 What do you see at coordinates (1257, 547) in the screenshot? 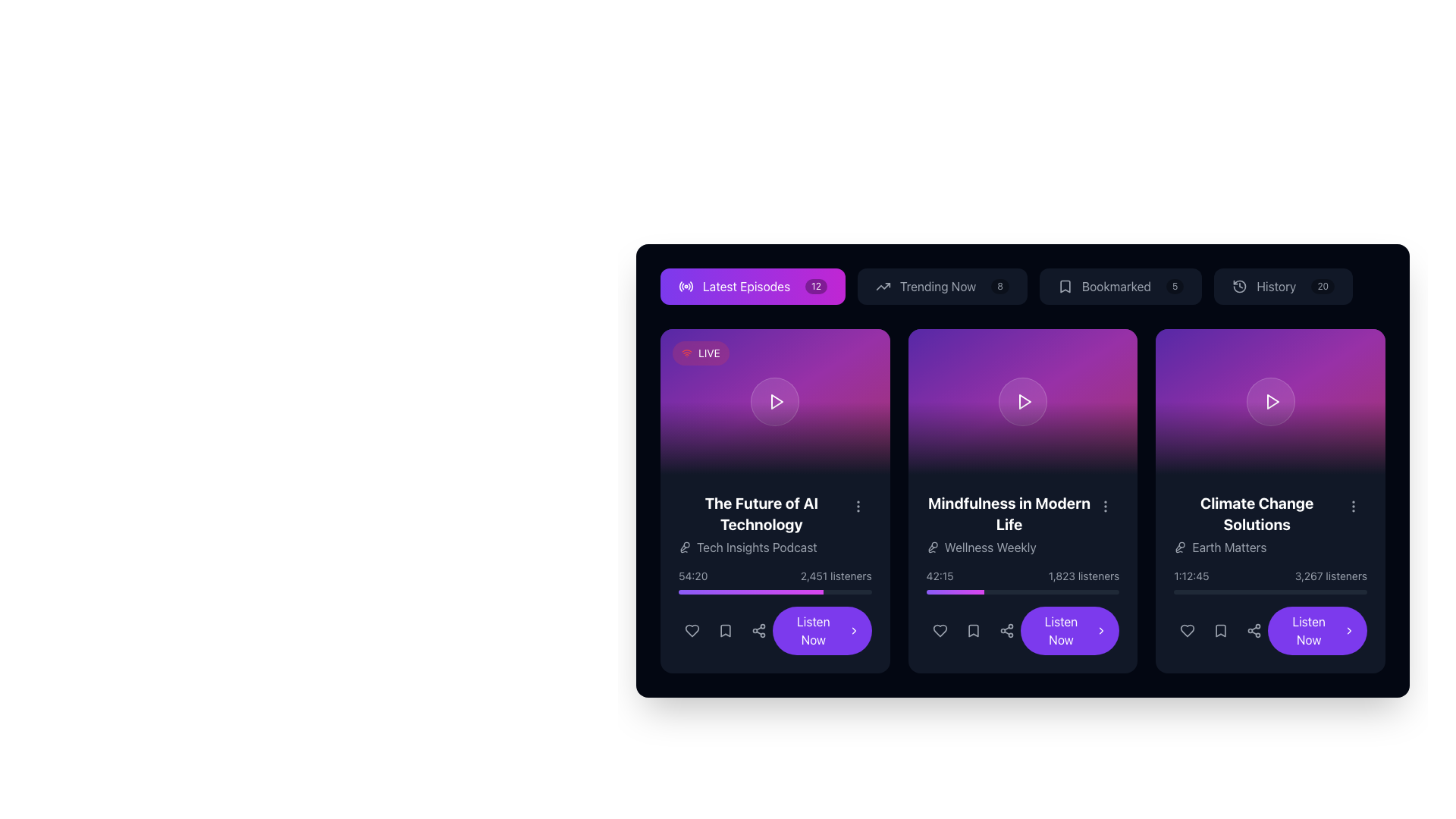
I see `the label providing contextual information related to 'Climate Change Solutions', located beneath the title in the rightmost card of a three-card layout` at bounding box center [1257, 547].